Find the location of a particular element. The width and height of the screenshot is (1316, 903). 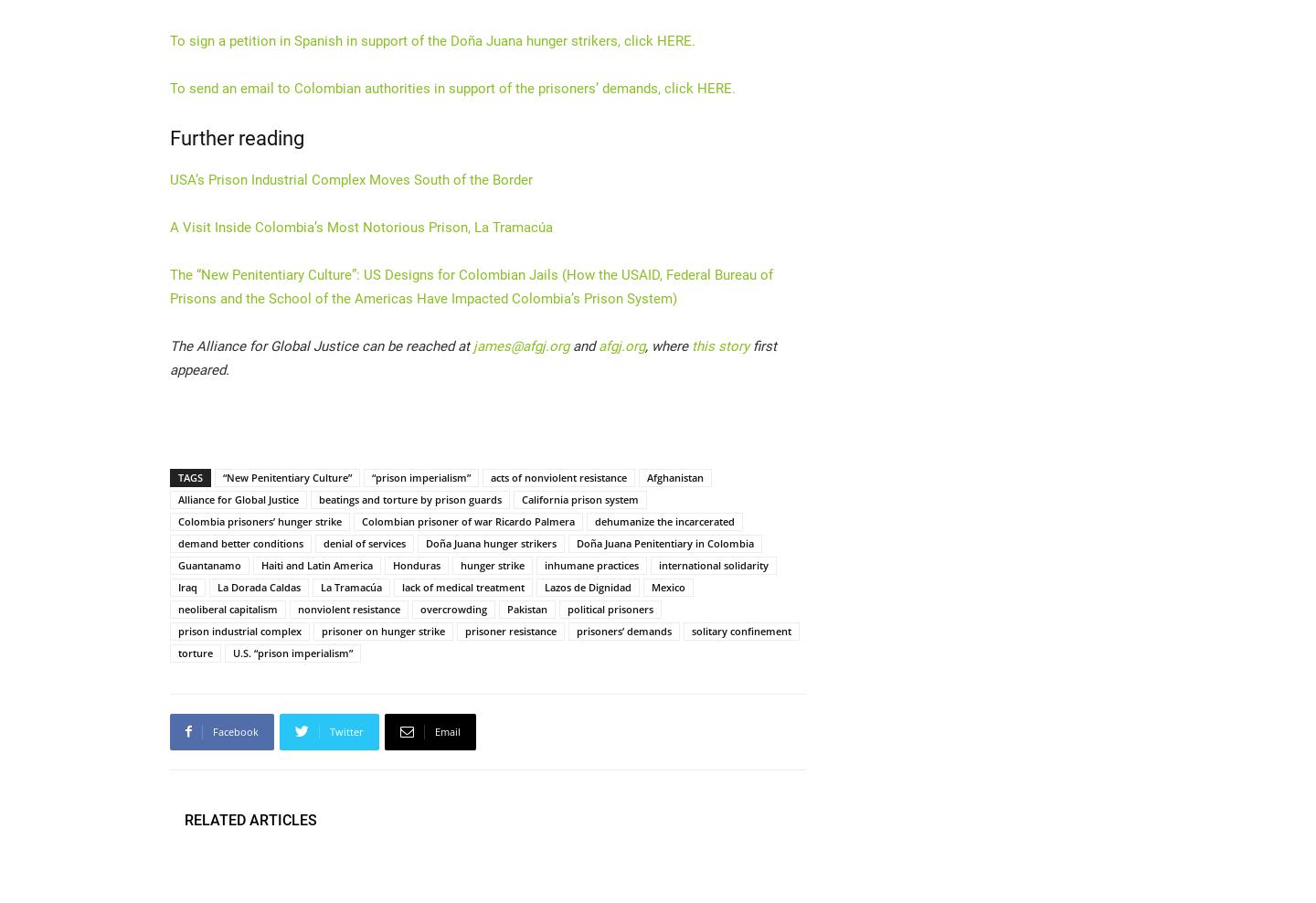

'The Alliance for Global Justice can be reached at' is located at coordinates (321, 345).